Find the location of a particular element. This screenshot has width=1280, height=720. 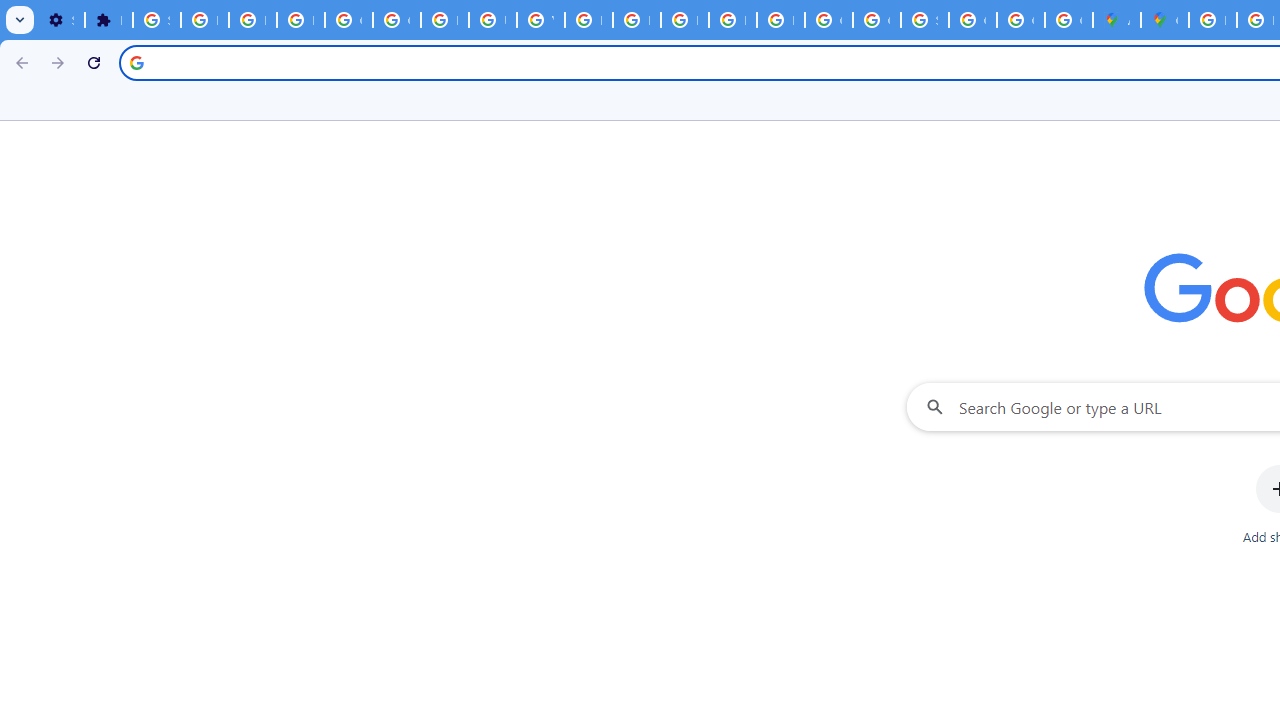

'Extensions' is located at coordinates (107, 20).